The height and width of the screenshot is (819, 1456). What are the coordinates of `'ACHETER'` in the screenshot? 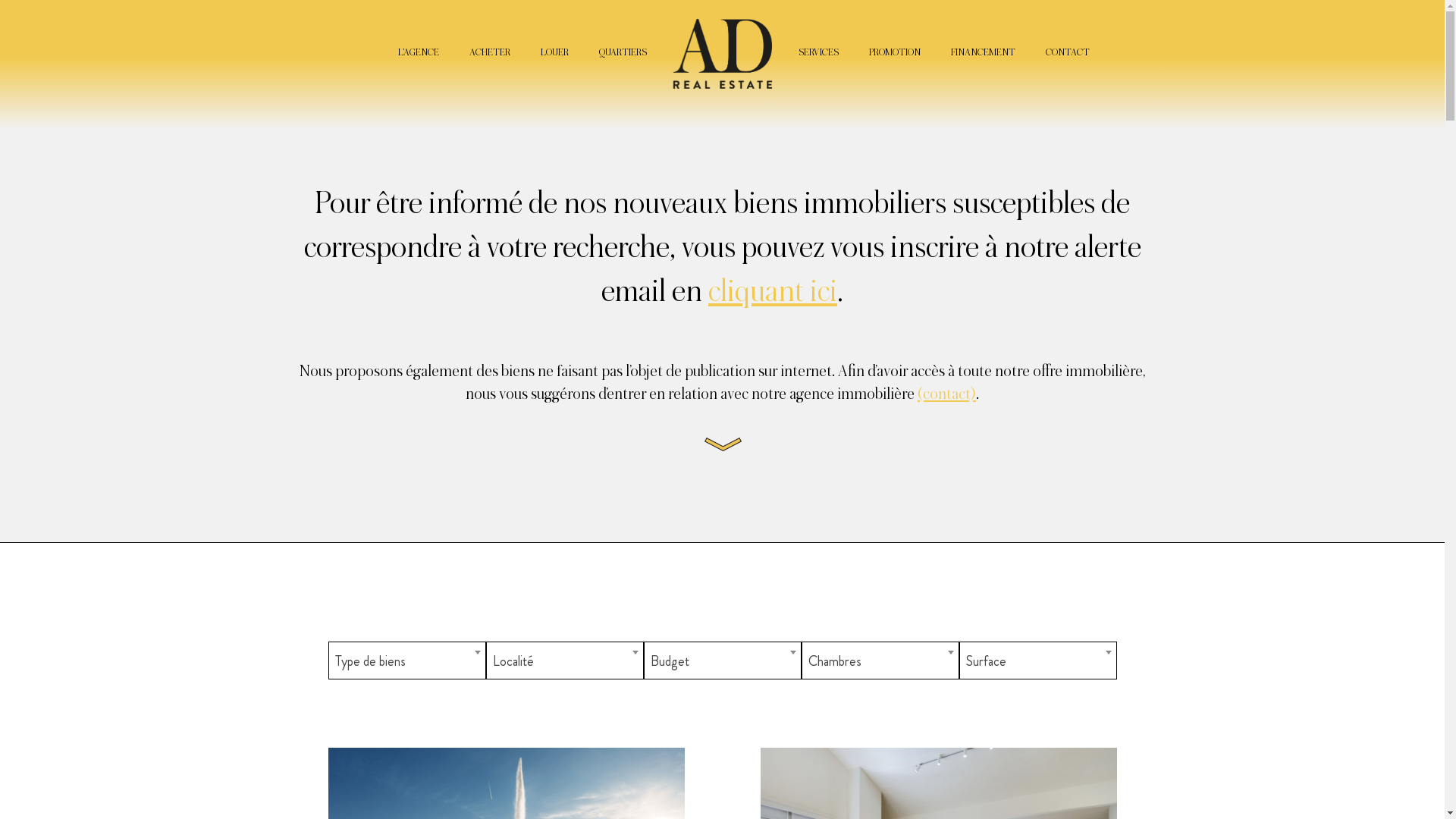 It's located at (488, 52).